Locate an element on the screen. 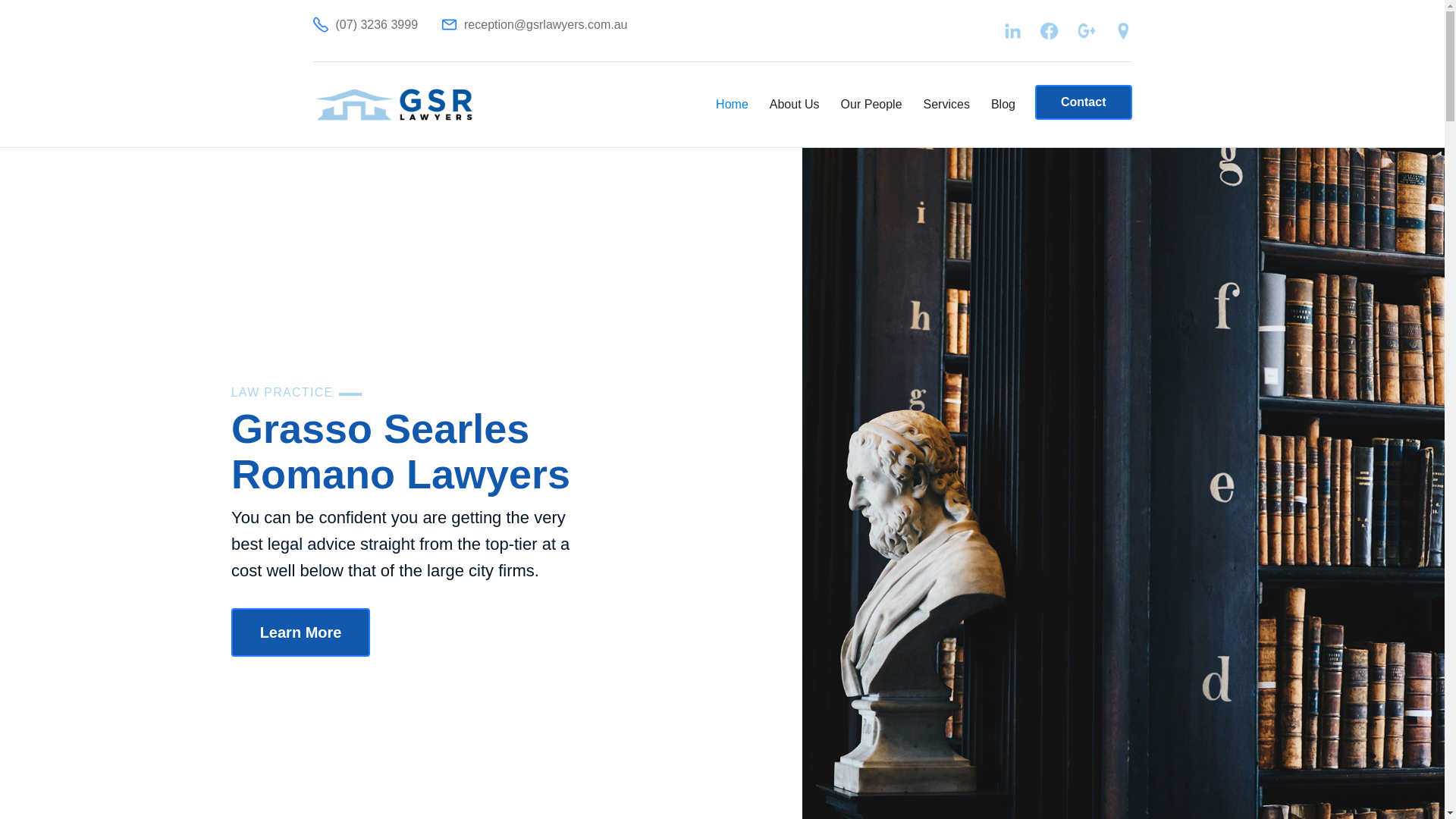 The image size is (1456, 819). 'Blog' is located at coordinates (1003, 104).